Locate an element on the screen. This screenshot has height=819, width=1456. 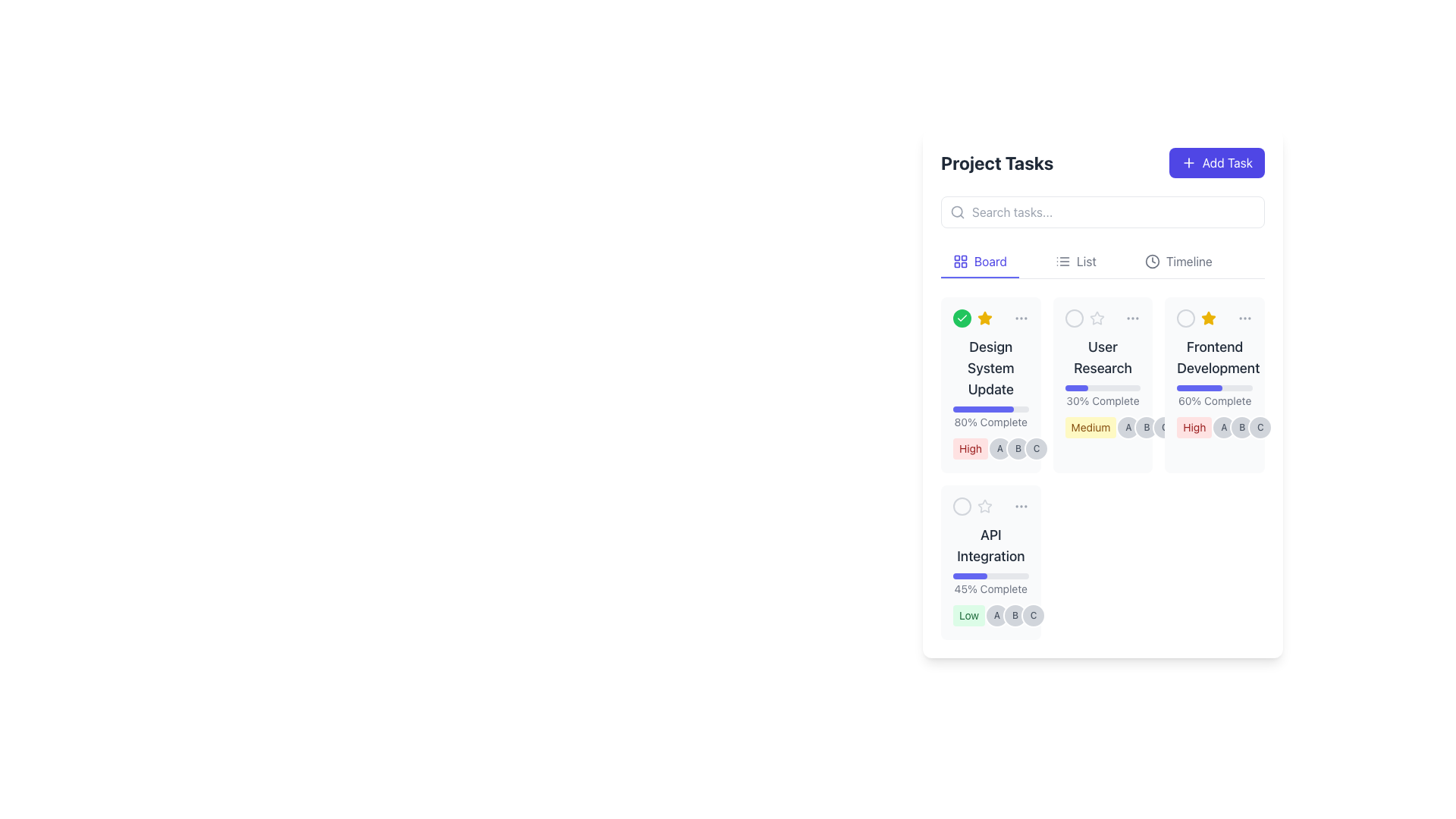
the information represented by the Avatar or Badge, which is the third circle from the left in the horizontal arrangement within the 'Frontend Development' task card under the 'Project Tasks' section is located at coordinates (1260, 427).